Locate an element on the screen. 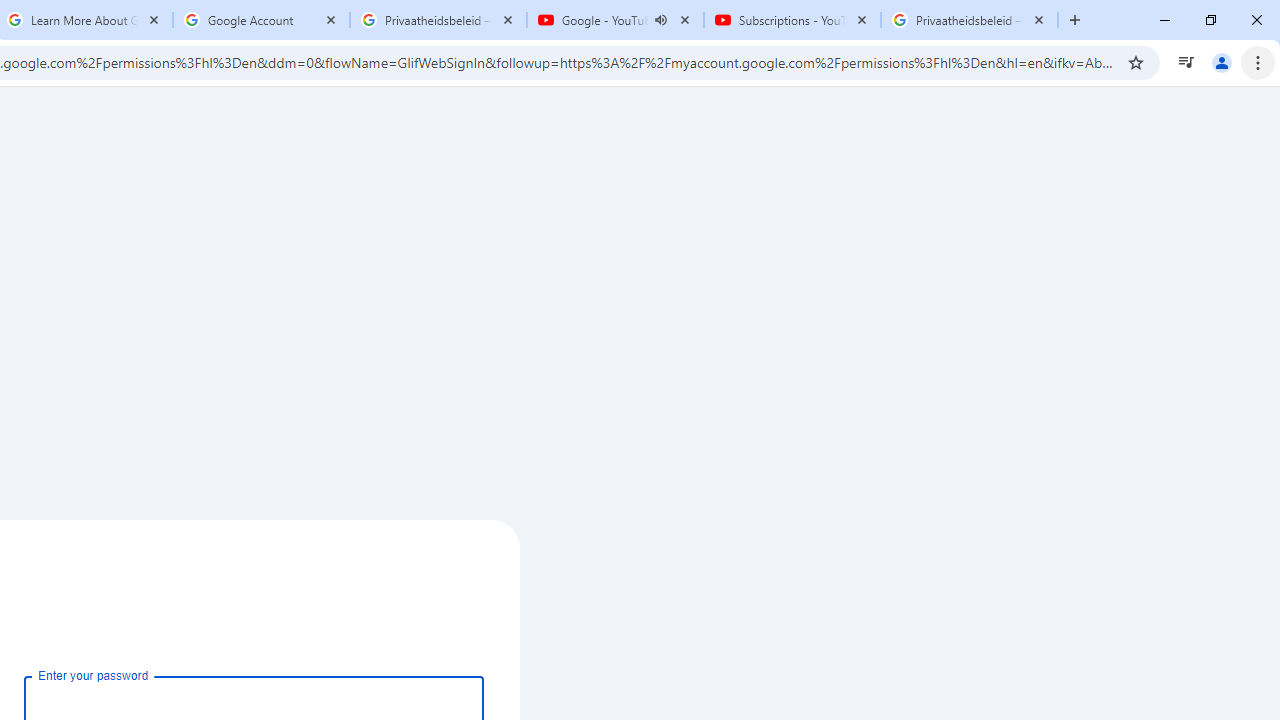 Image resolution: width=1280 pixels, height=720 pixels. 'Subscriptions - YouTube' is located at coordinates (791, 20).